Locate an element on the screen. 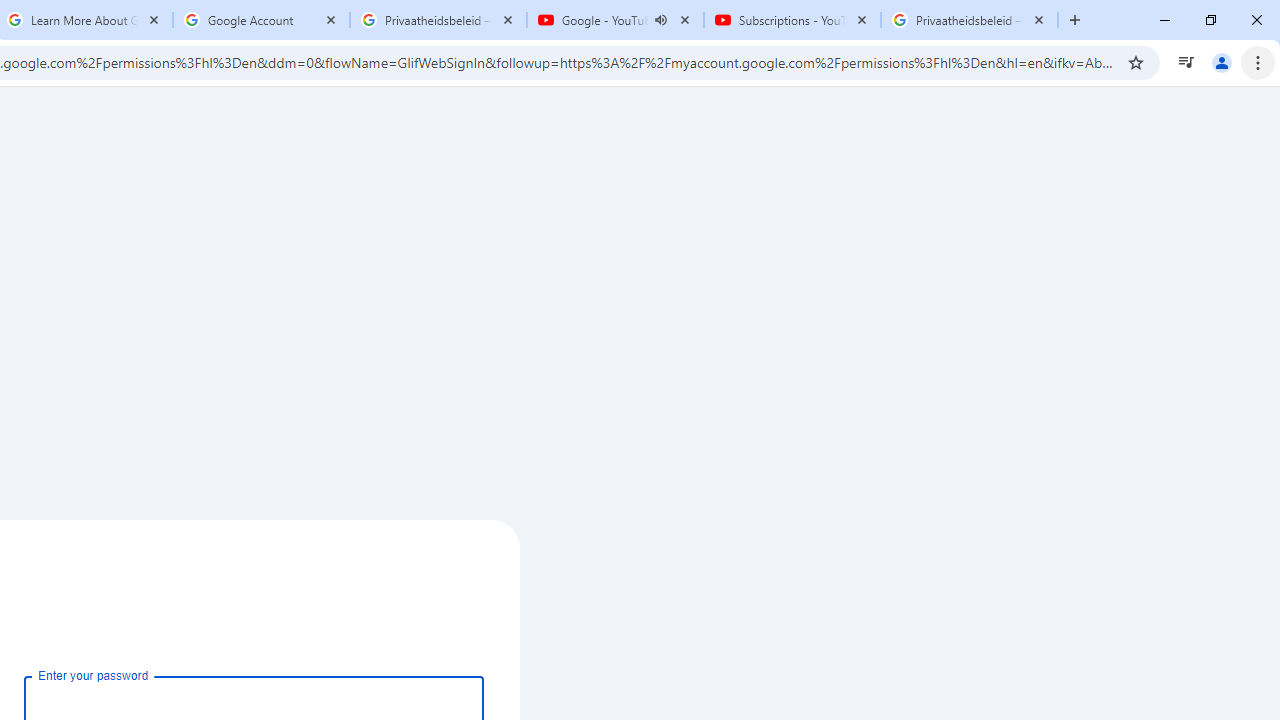 Image resolution: width=1280 pixels, height=720 pixels. 'Subscriptions - YouTube' is located at coordinates (791, 20).